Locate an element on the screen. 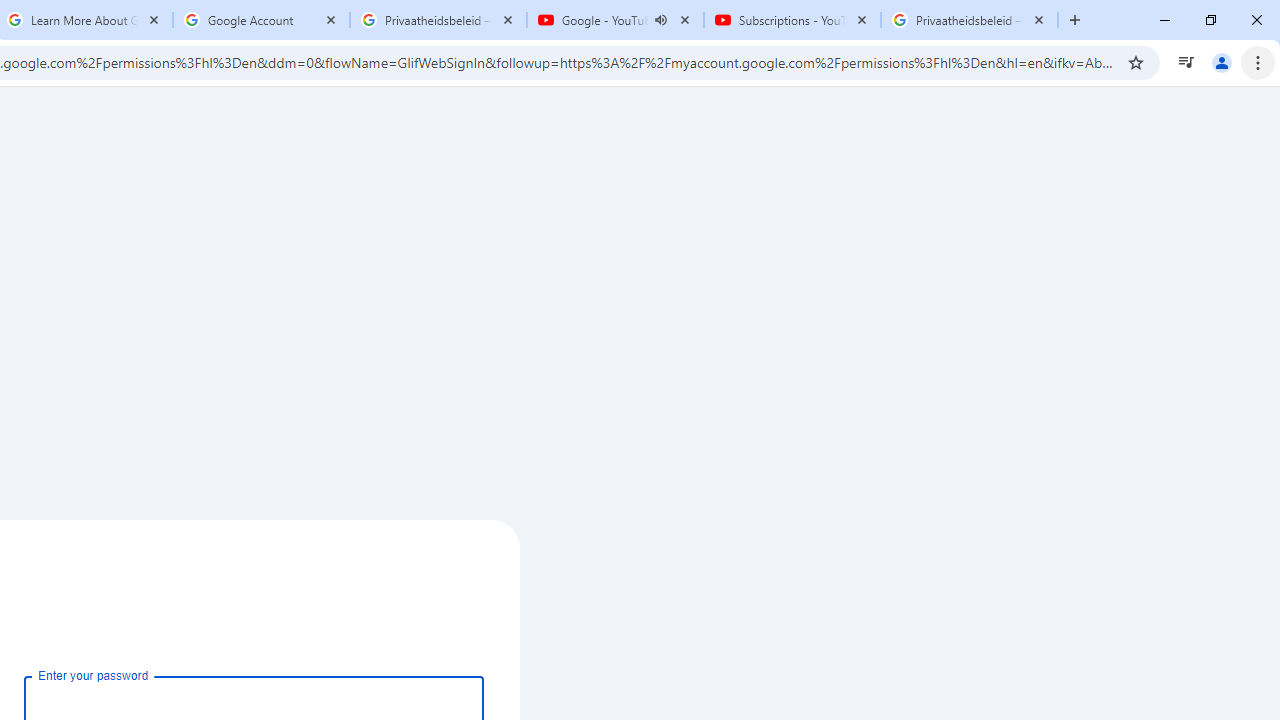 Image resolution: width=1280 pixels, height=720 pixels. 'Subscriptions - YouTube' is located at coordinates (791, 20).